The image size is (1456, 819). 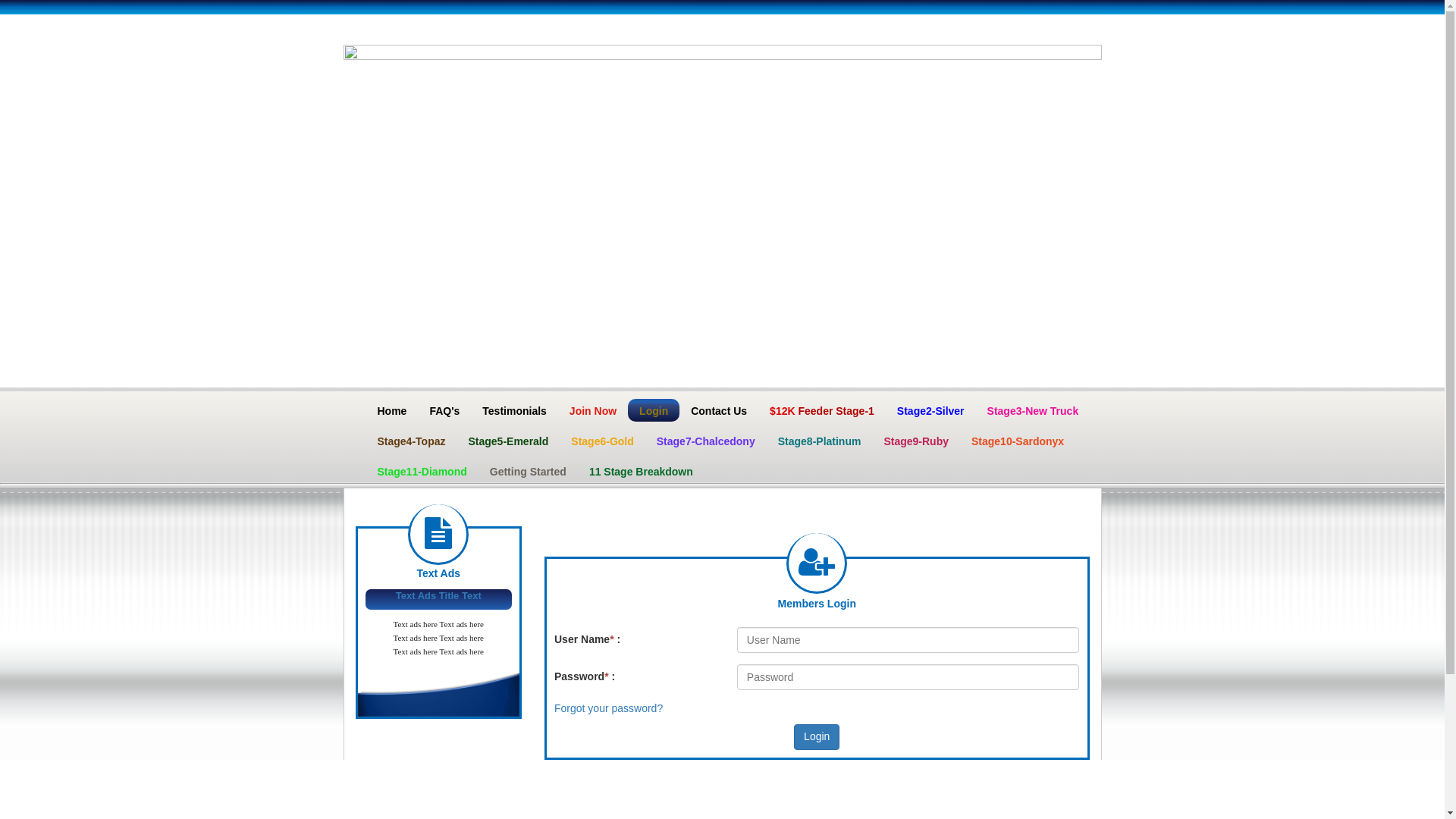 I want to click on 'FAQ's', so click(x=443, y=409).